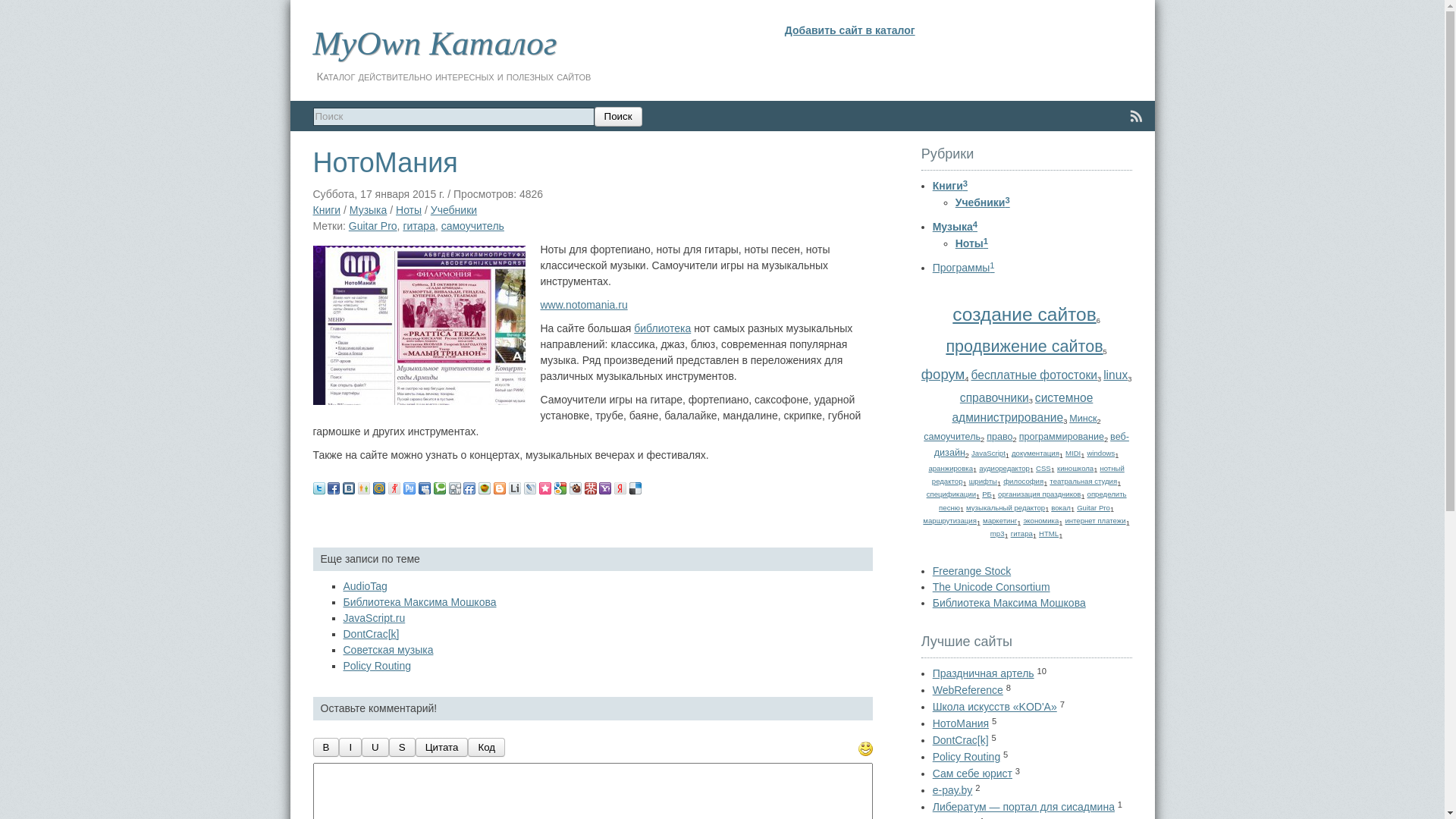 This screenshot has height=819, width=1456. I want to click on 'Policy Routing', so click(377, 665).